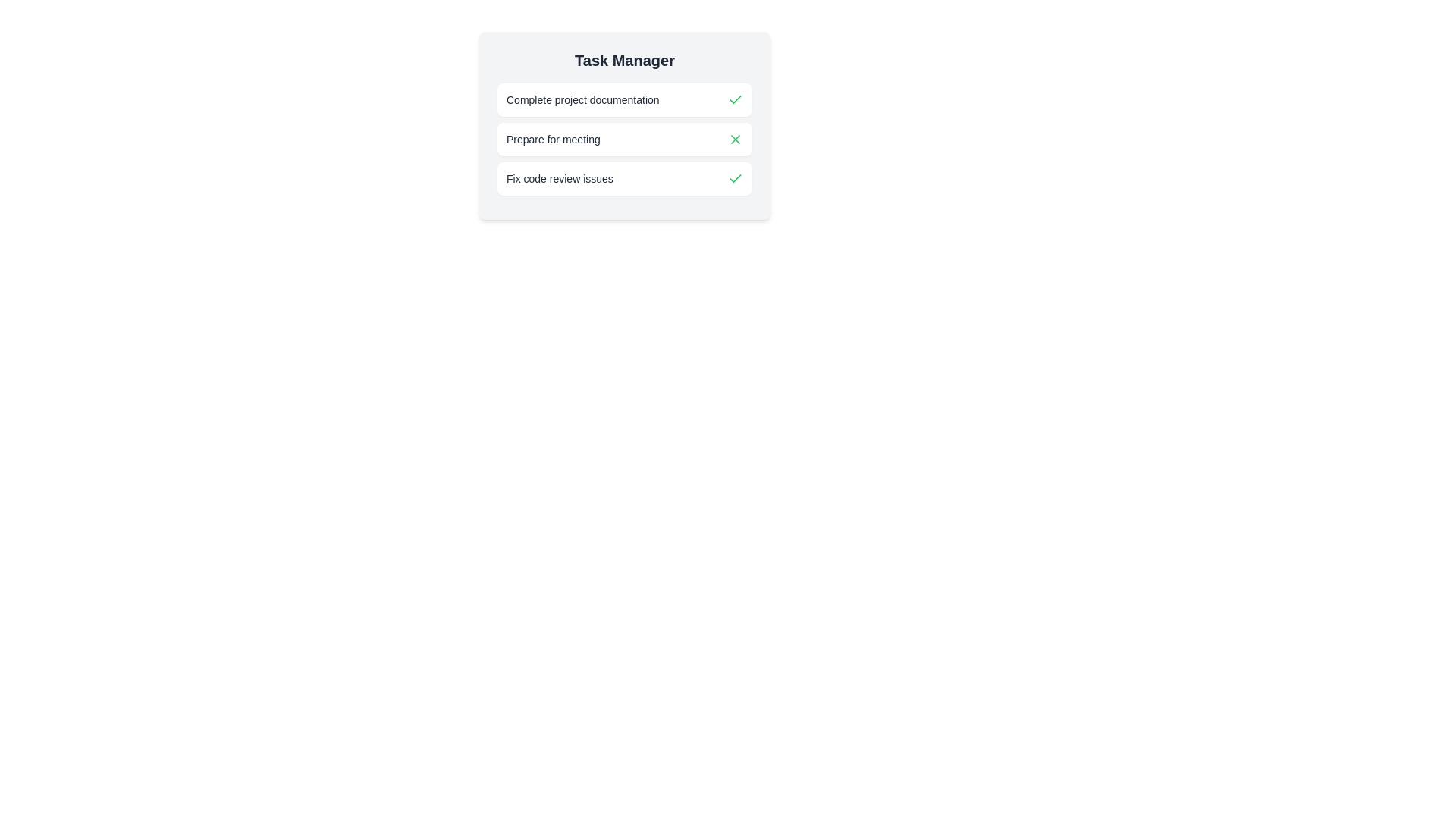 The width and height of the screenshot is (1456, 819). Describe the element at coordinates (735, 140) in the screenshot. I see `the icon located in the task manager interface next to the second task item` at that location.